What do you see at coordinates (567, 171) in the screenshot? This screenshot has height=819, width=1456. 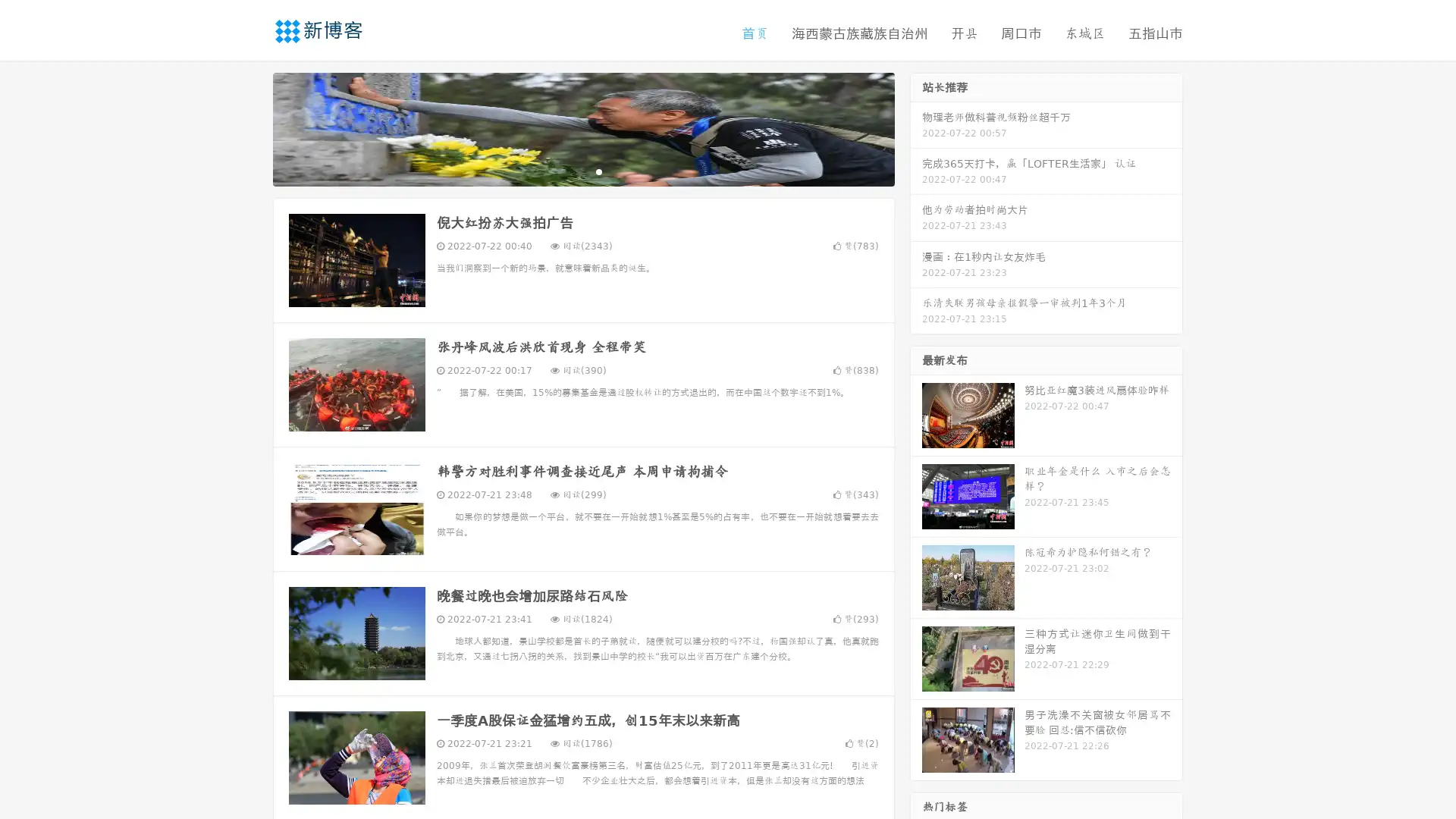 I see `Go to slide 1` at bounding box center [567, 171].